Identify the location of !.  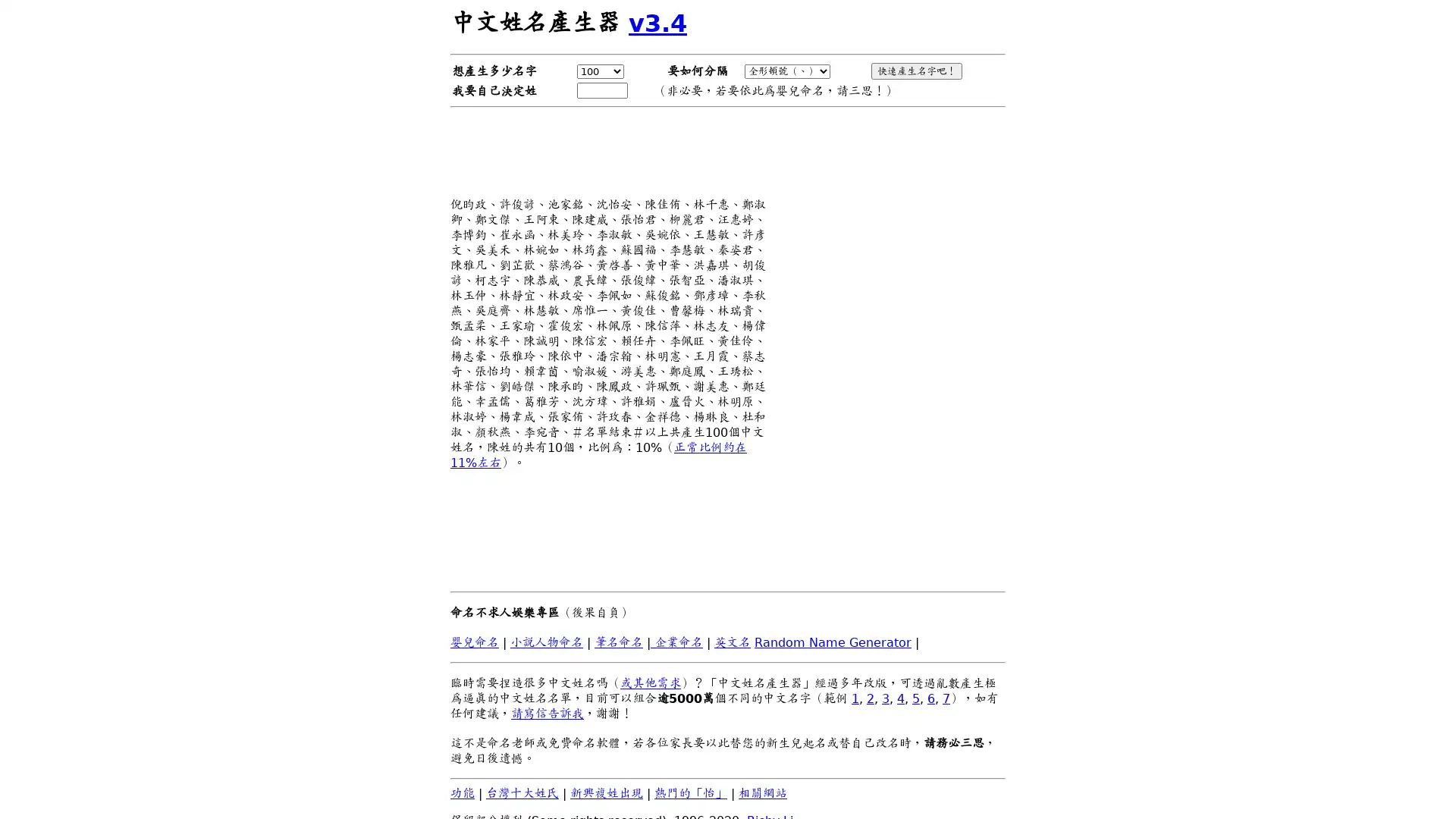
(916, 71).